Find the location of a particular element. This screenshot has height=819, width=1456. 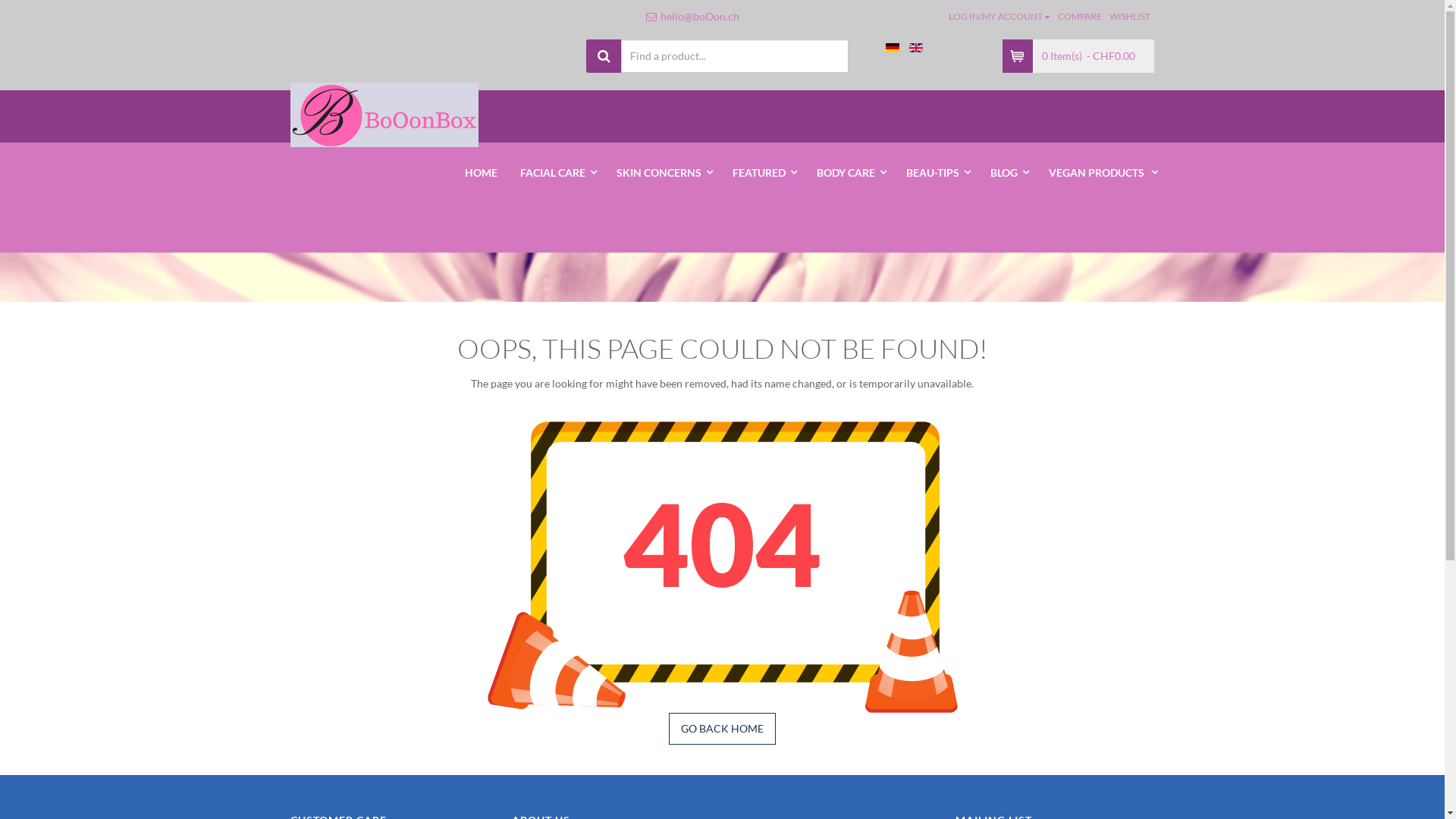

'VEGAN PRODUCTS' is located at coordinates (1102, 171).